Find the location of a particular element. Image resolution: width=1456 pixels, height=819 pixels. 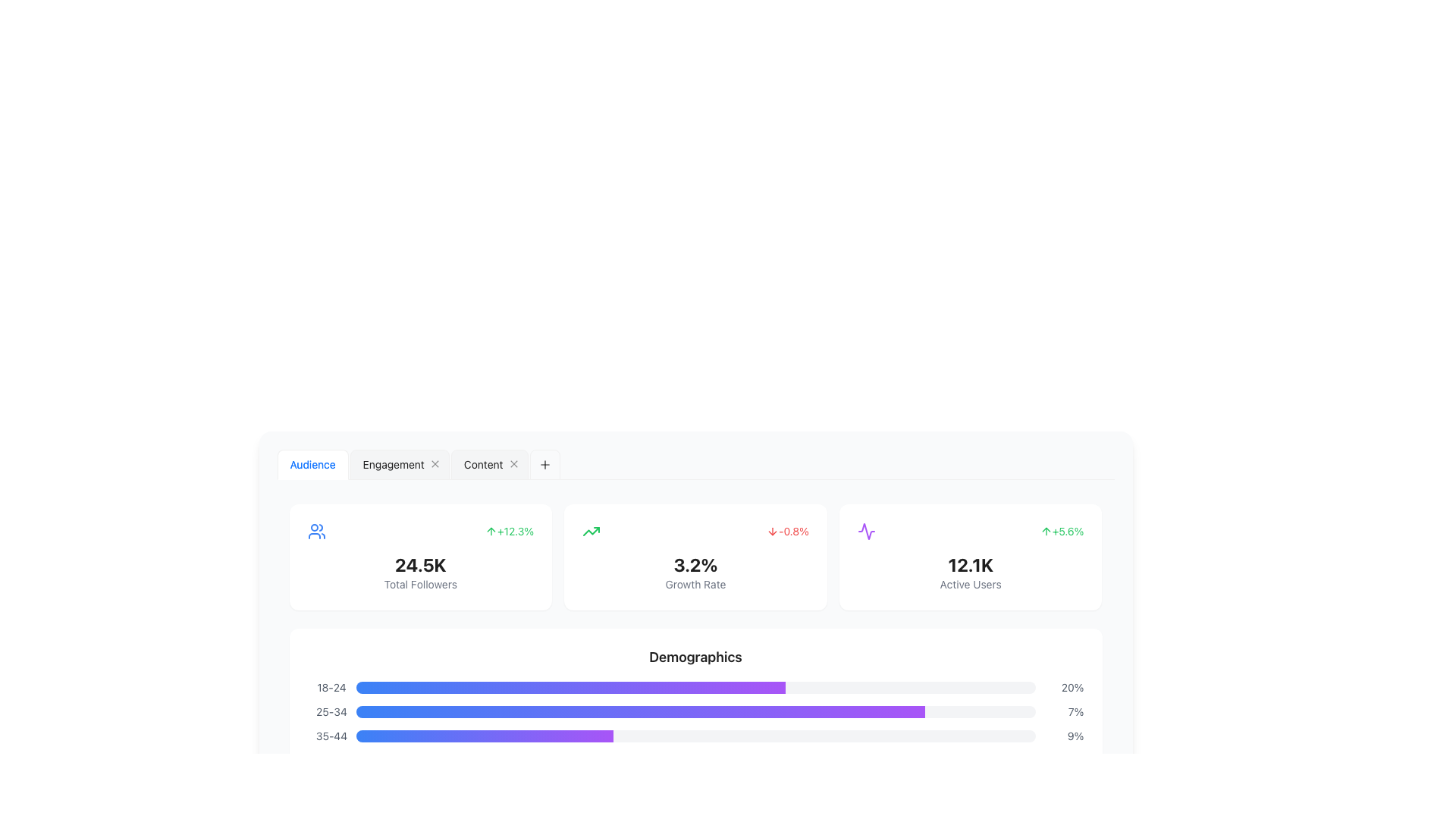

the text label specifying the age group '25-34' in the demographic analysis chart is located at coordinates (331, 711).